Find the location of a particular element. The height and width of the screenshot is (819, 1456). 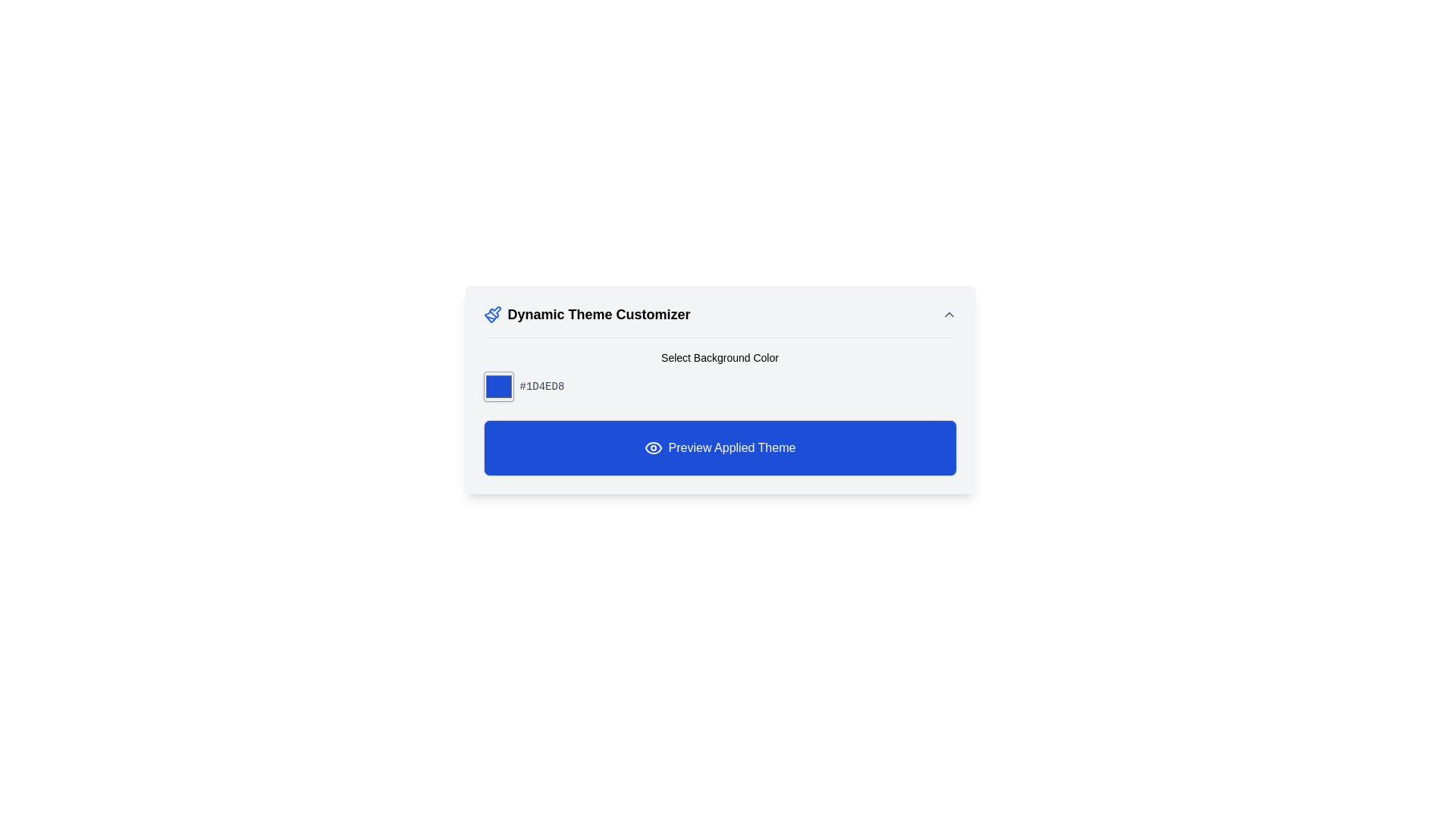

the blue paintbrush icon located to the left of the 'Dynamic Theme Customizer' text, indicating theming or appearance customization functionality is located at coordinates (492, 314).